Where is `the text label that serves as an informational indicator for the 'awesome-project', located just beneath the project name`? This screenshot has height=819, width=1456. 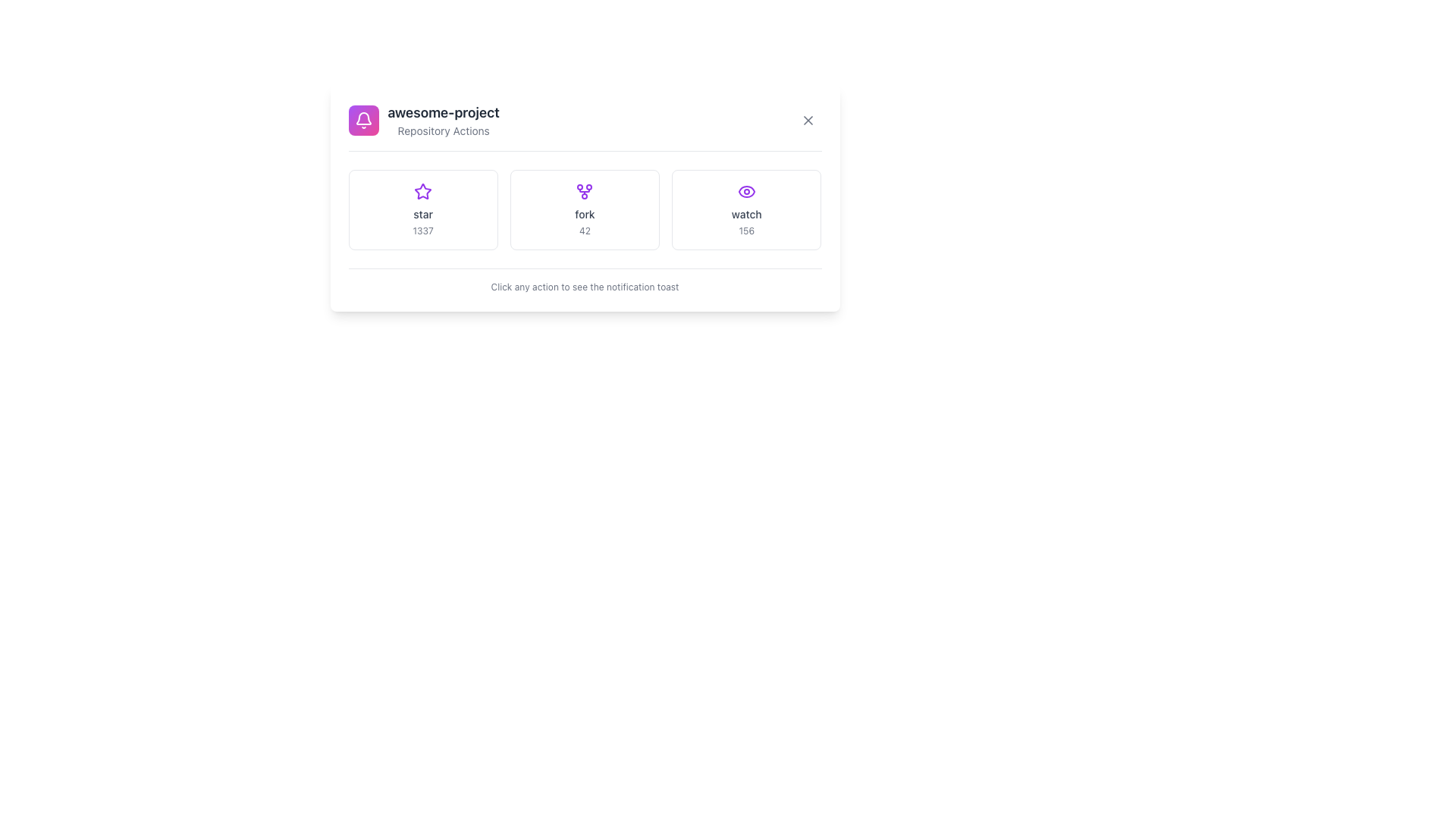
the text label that serves as an informational indicator for the 'awesome-project', located just beneath the project name is located at coordinates (443, 130).